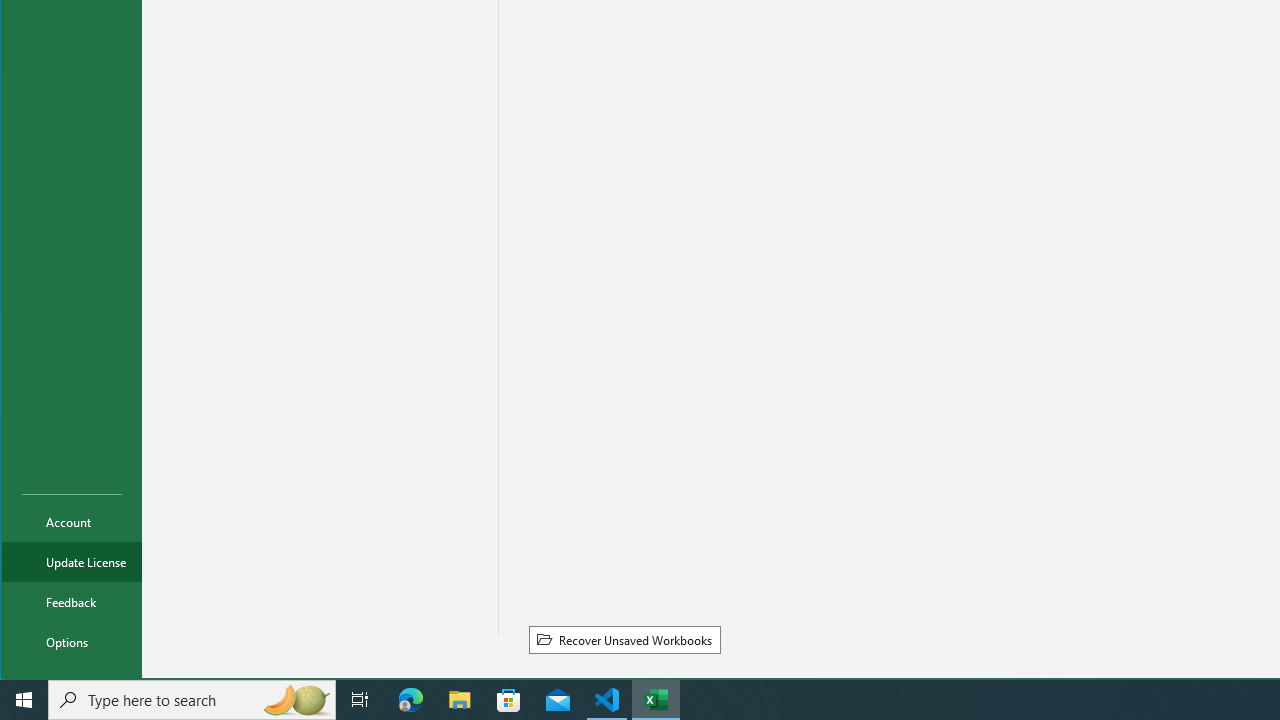  I want to click on 'Microsoft Edge', so click(410, 698).